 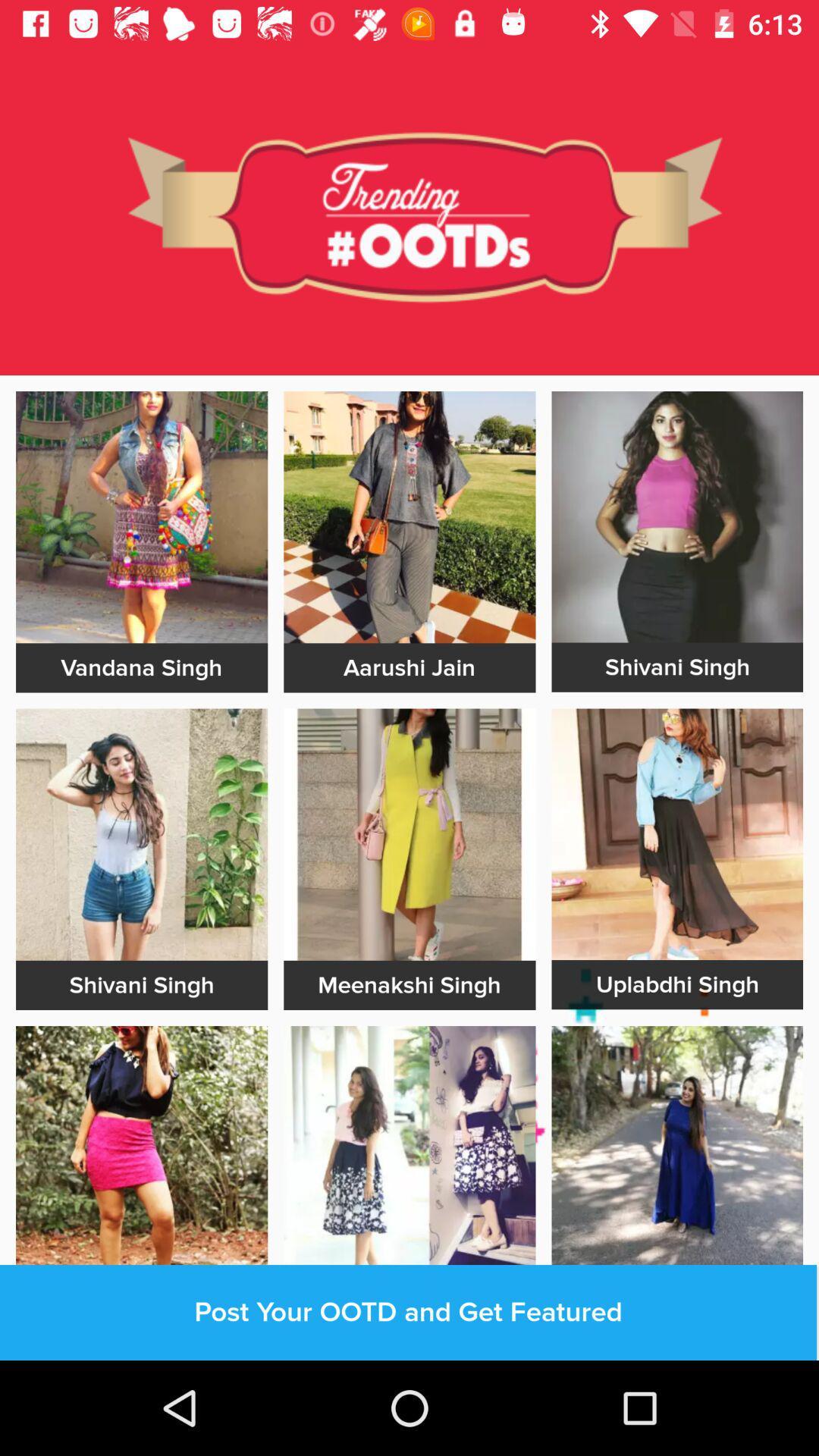 What do you see at coordinates (676, 1151) in the screenshot?
I see `move to the last picture in the third row` at bounding box center [676, 1151].